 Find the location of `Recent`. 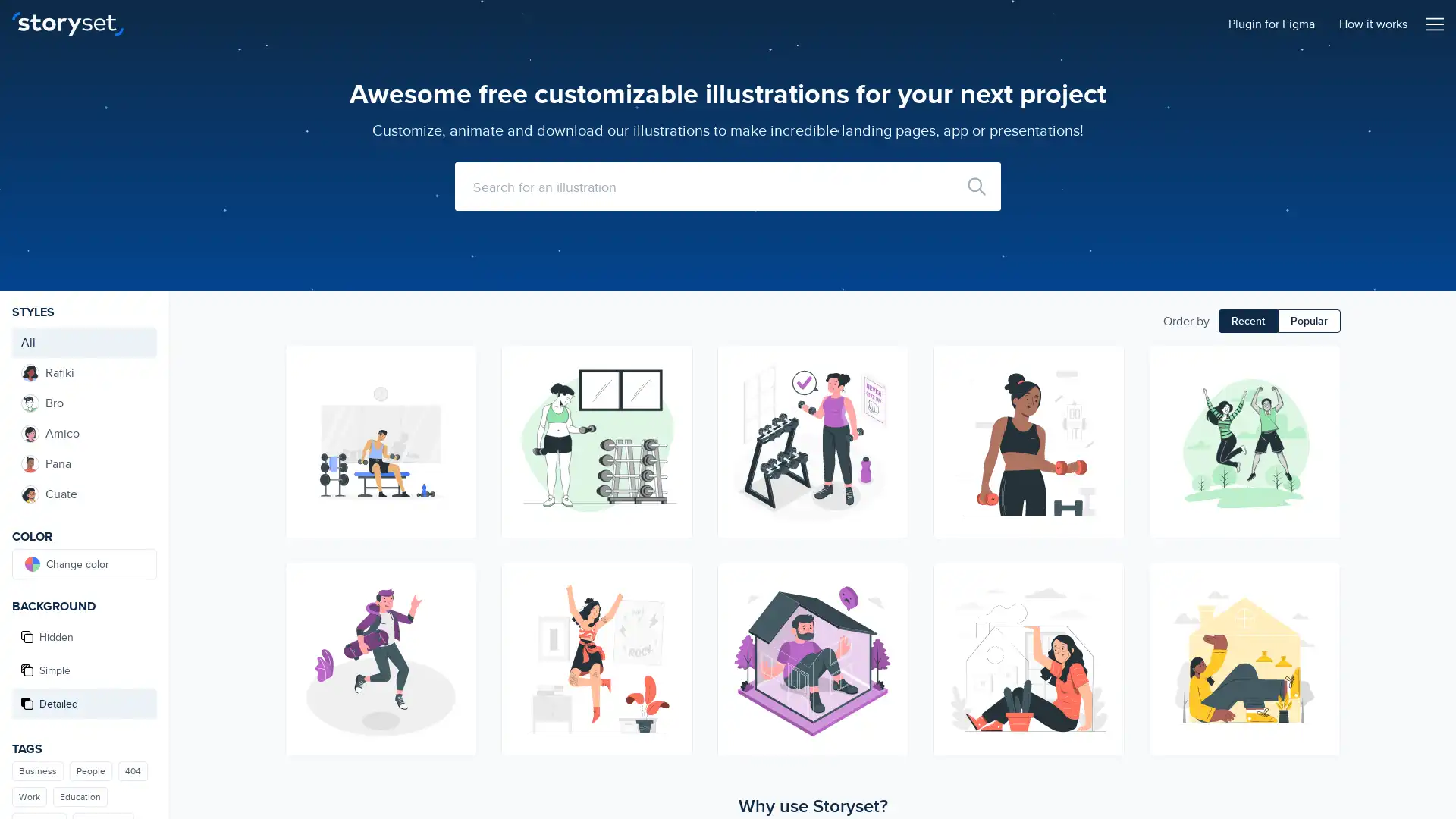

Recent is located at coordinates (1248, 320).